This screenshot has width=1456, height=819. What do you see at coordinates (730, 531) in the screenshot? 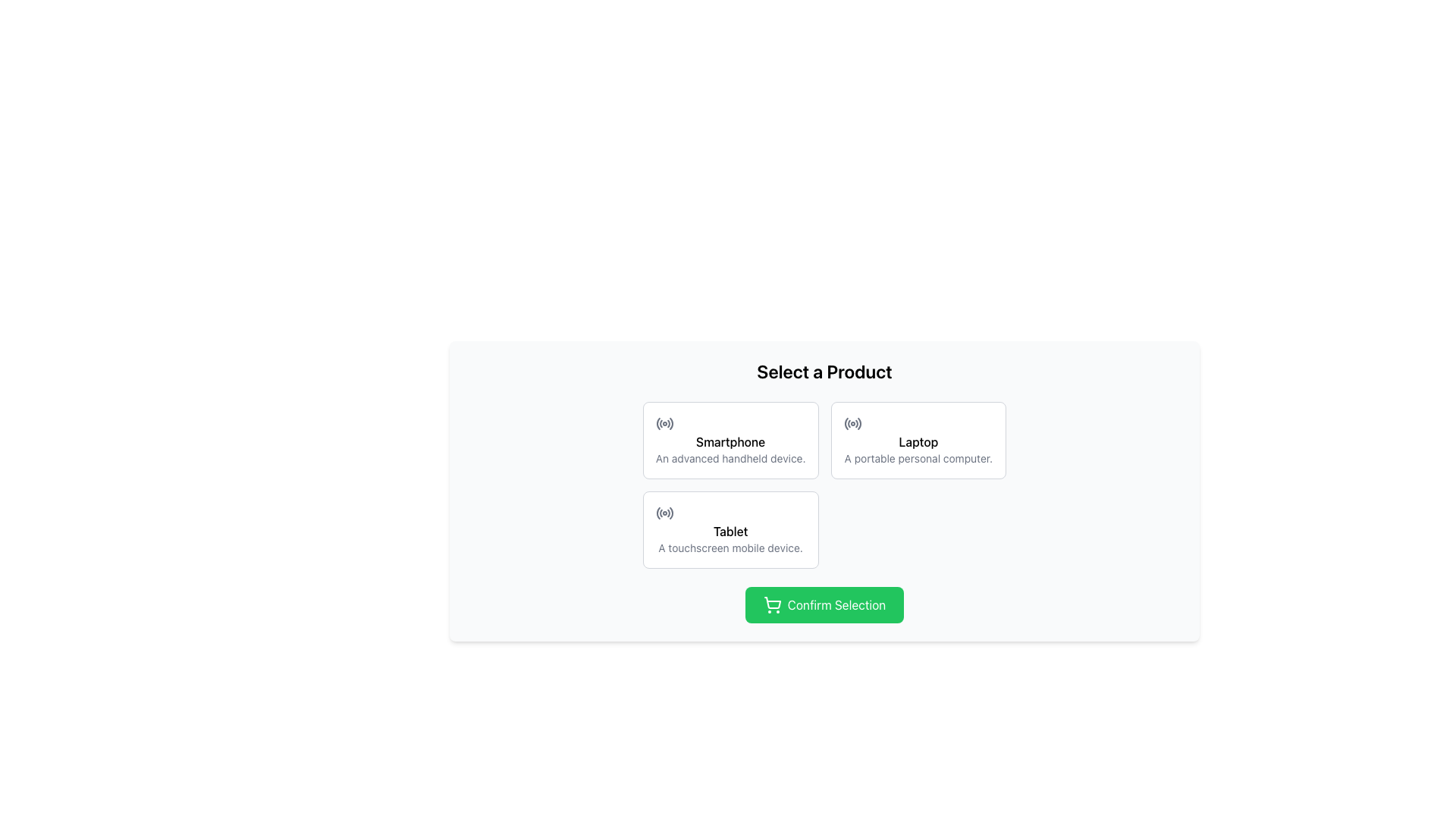
I see `text of the 'Tablet' label in the product selection interface, which is located at the bottom center of the grid under 'Smartphone' and 'Laptop'` at bounding box center [730, 531].